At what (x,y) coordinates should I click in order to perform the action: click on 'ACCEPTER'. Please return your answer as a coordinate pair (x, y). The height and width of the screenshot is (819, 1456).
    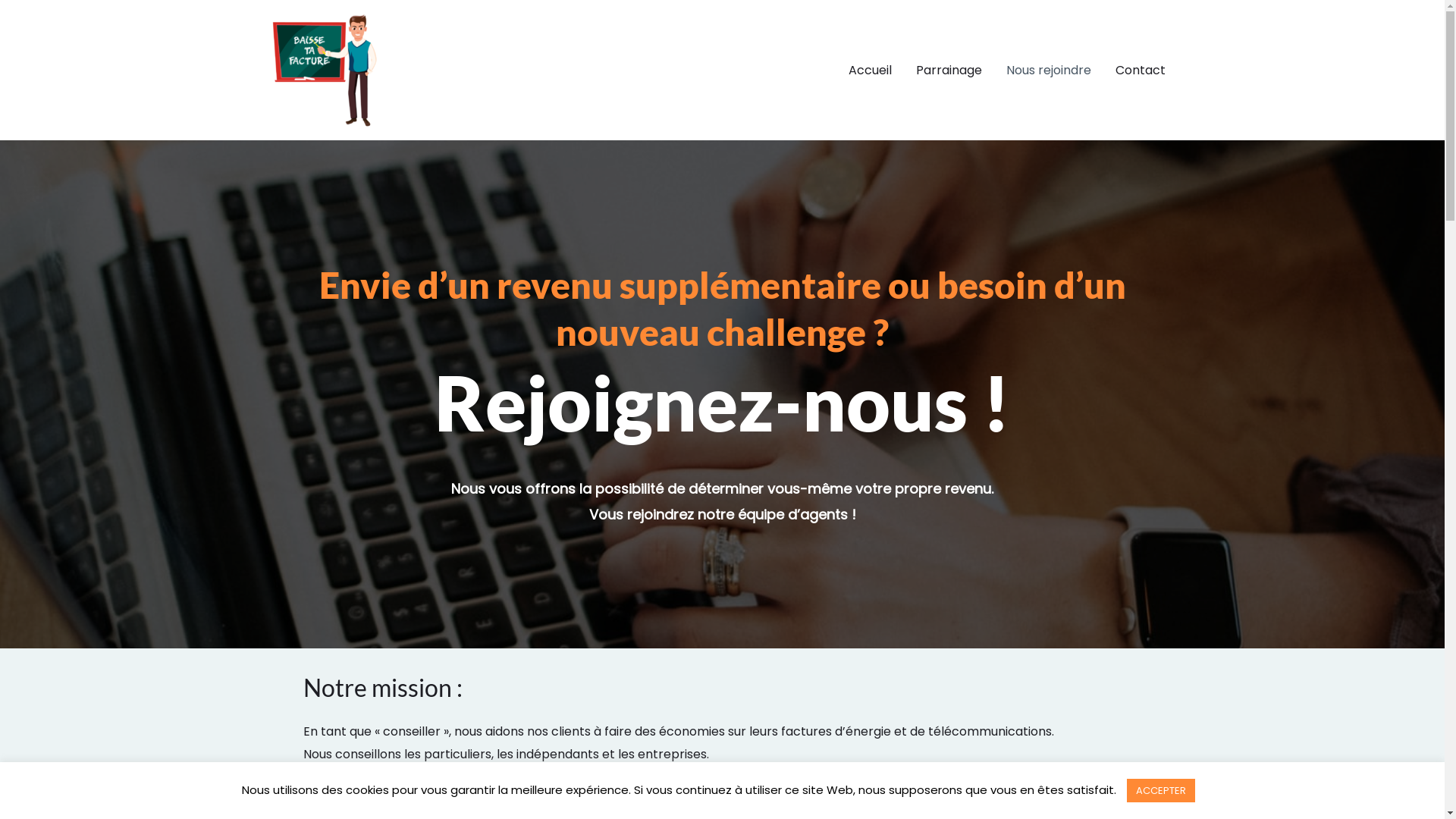
    Looking at the image, I should click on (1160, 789).